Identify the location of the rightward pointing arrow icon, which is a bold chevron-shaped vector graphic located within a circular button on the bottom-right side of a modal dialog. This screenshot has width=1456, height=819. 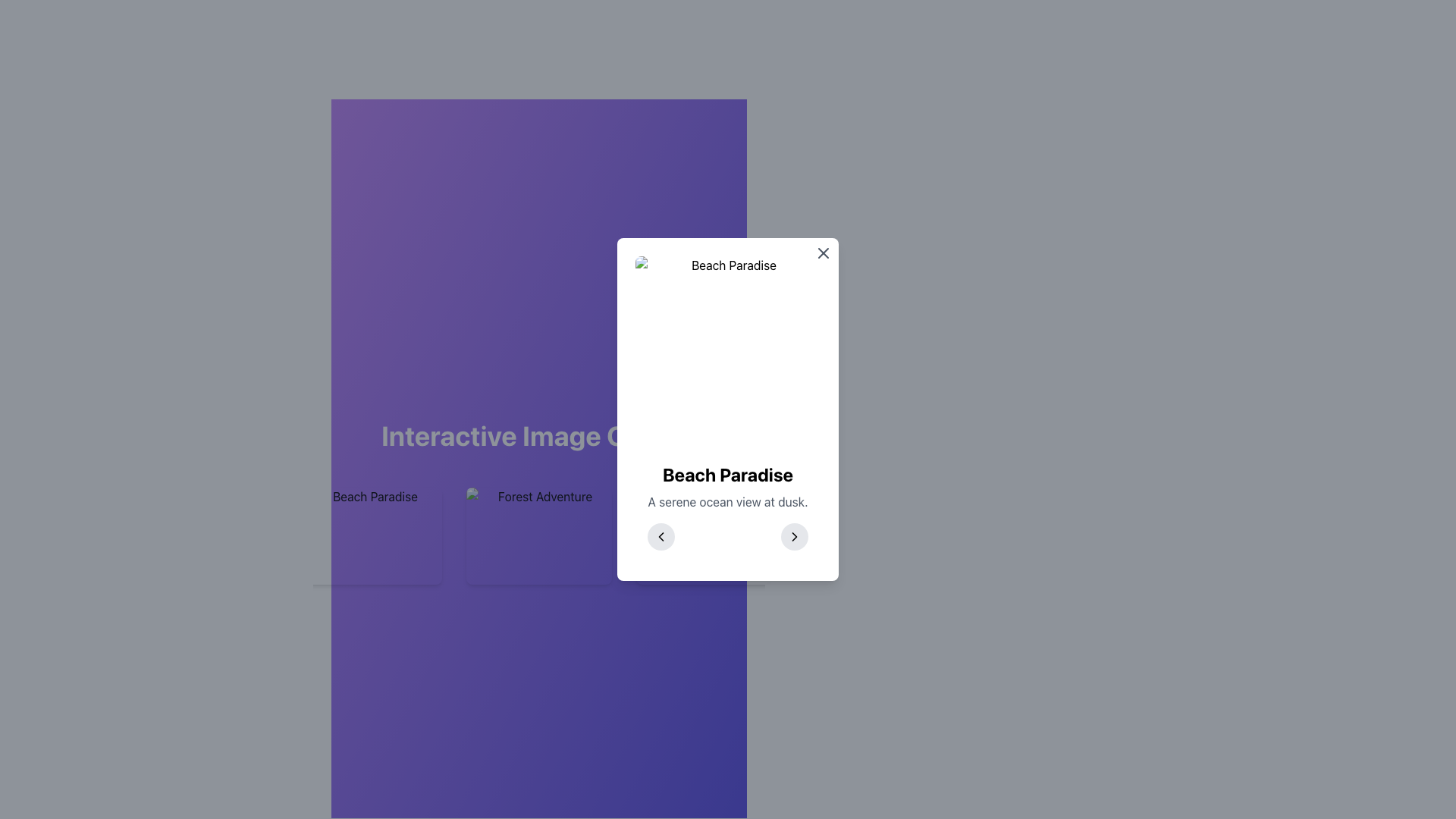
(793, 536).